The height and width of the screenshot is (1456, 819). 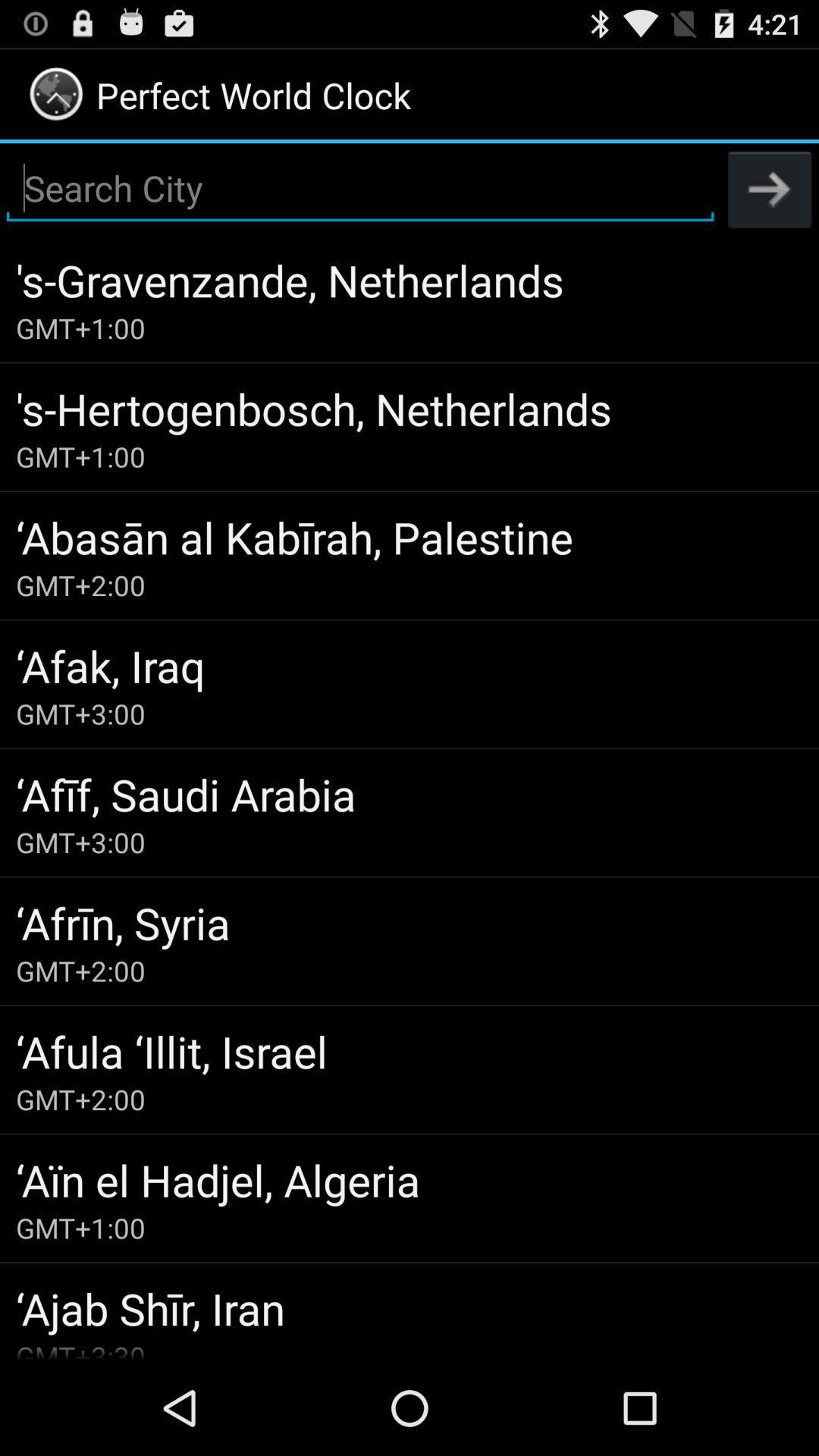 What do you see at coordinates (409, 665) in the screenshot?
I see `the icon below the gmt+2:00` at bounding box center [409, 665].